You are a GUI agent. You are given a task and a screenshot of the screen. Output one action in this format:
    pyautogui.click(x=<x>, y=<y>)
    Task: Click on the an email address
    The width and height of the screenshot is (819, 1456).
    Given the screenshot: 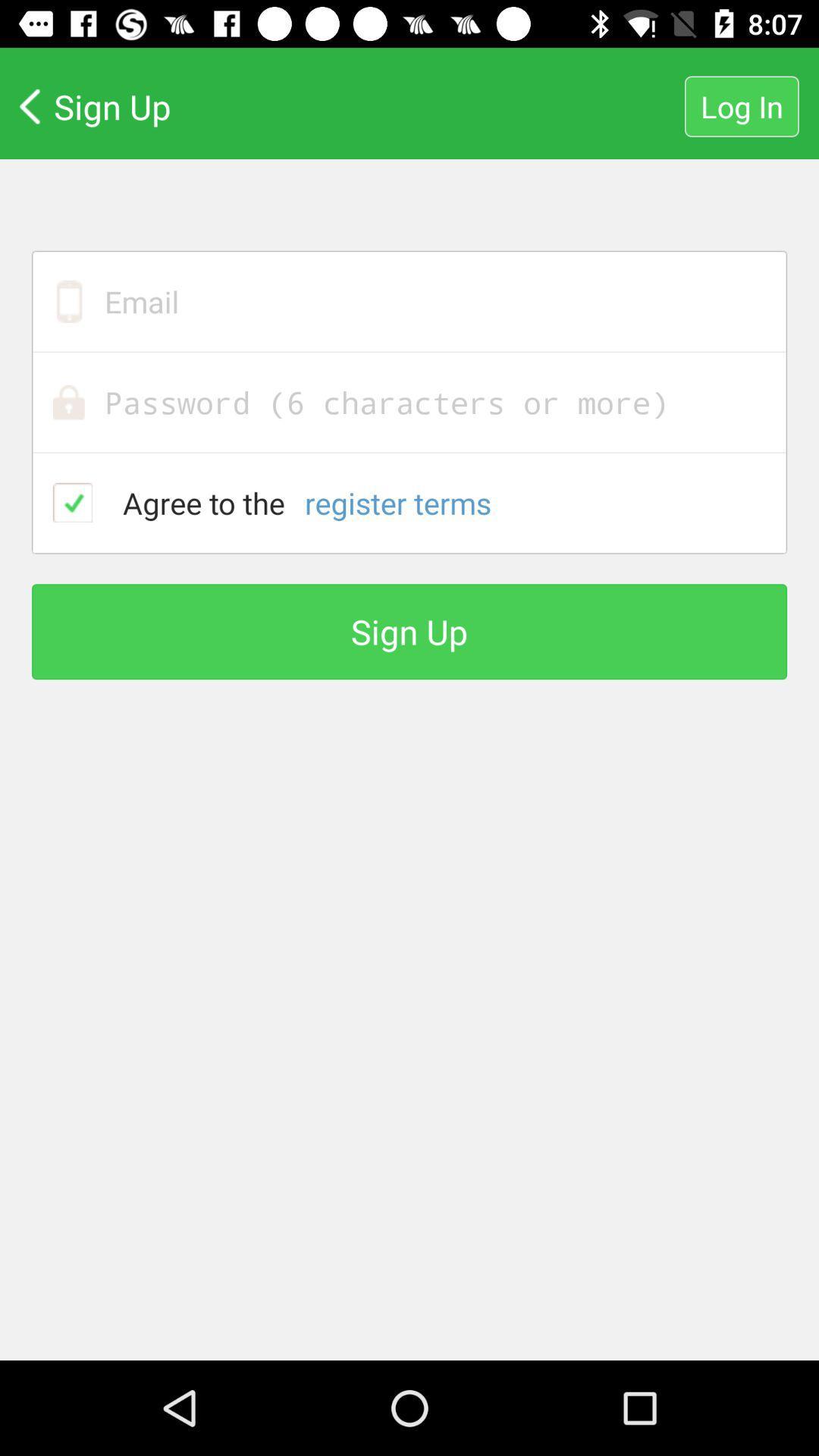 What is the action you would take?
    pyautogui.click(x=409, y=301)
    